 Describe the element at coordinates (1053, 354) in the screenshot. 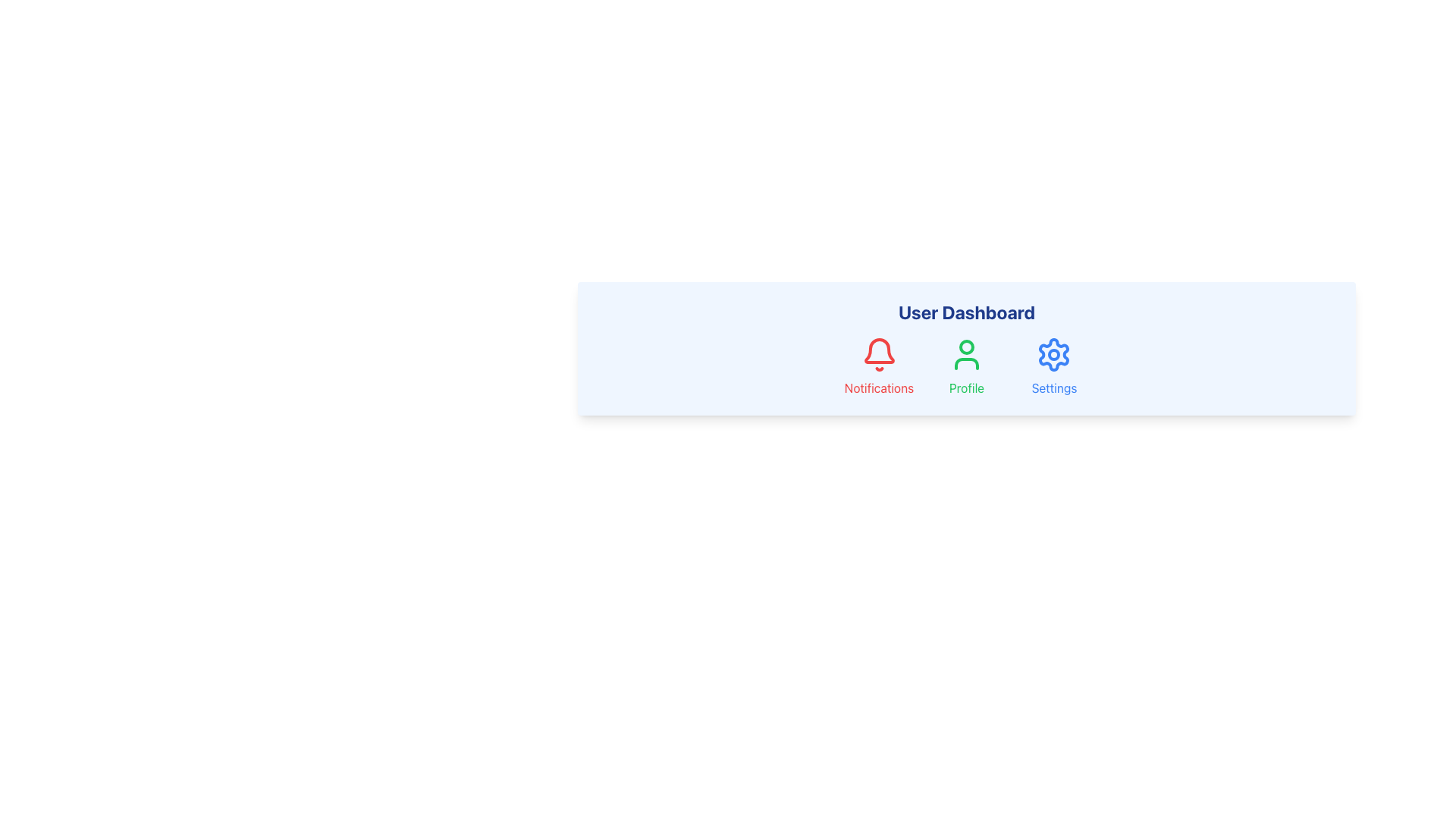

I see `the graphical circle element within the settings icon located in the bottom navigation bar of the user dashboard` at that location.